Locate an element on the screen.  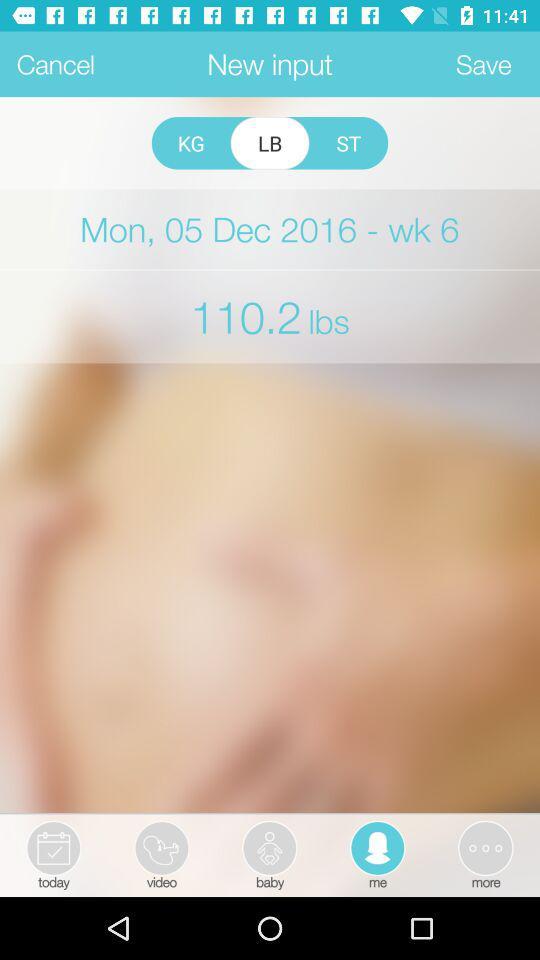
st is located at coordinates (347, 142).